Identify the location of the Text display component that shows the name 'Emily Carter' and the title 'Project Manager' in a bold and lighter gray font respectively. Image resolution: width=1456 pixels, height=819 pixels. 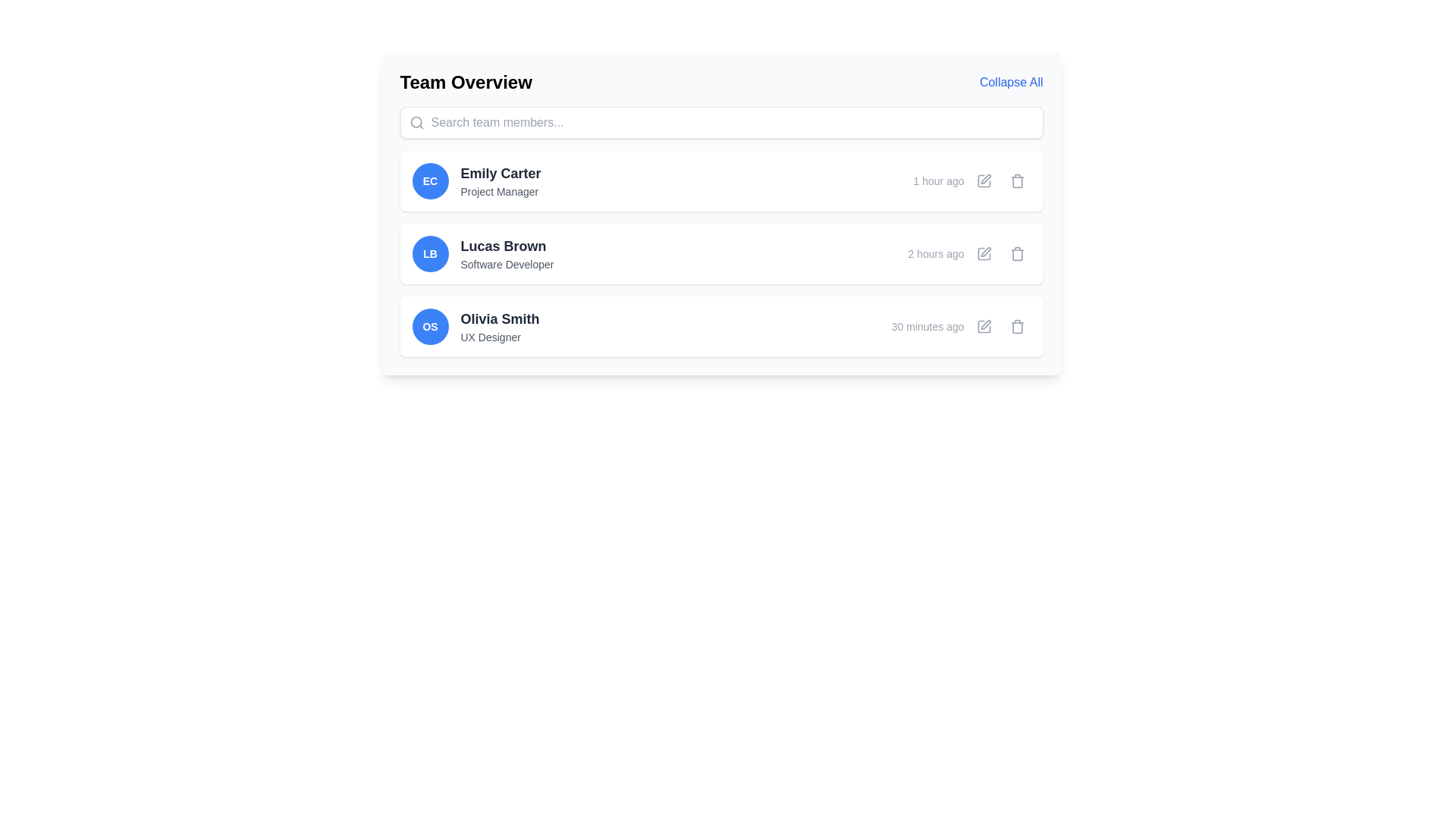
(500, 180).